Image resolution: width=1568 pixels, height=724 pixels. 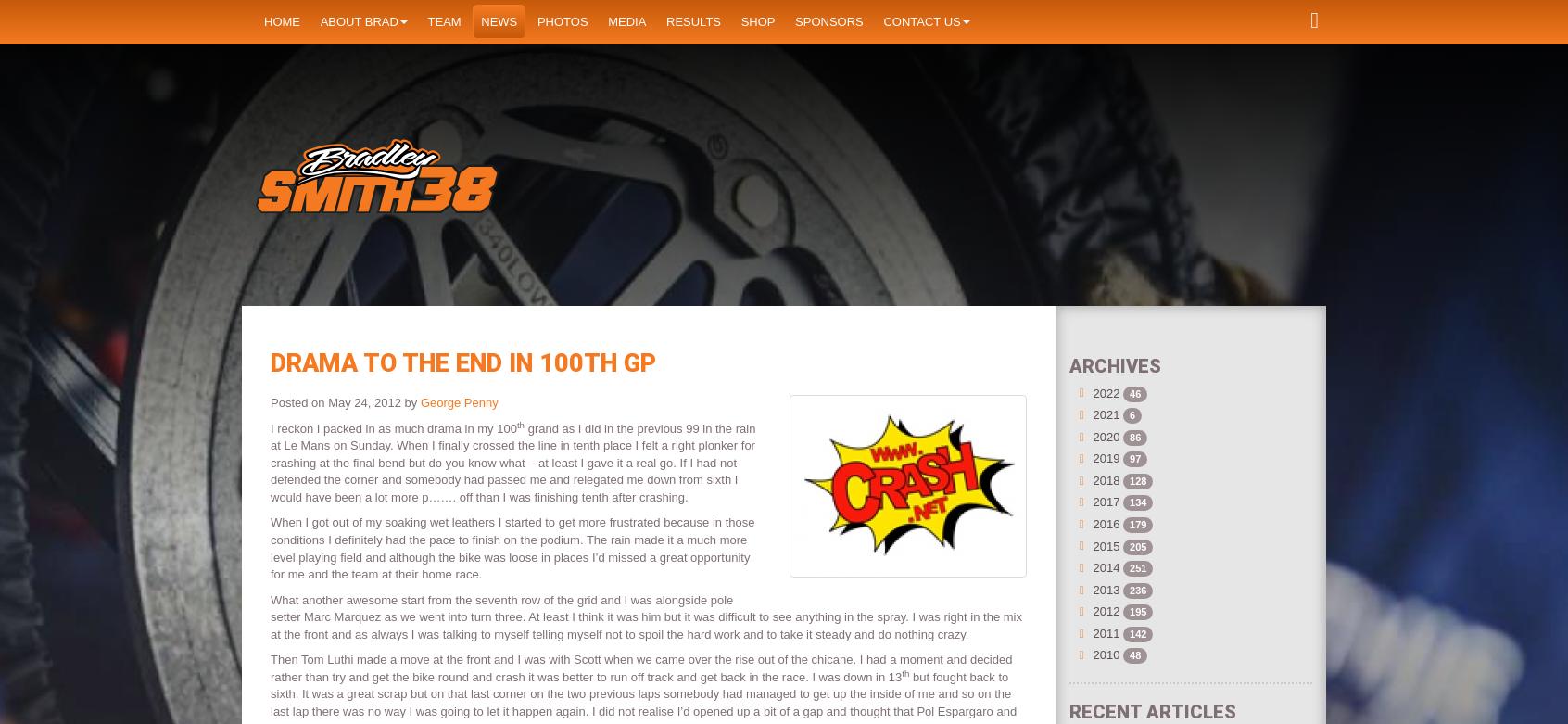 What do you see at coordinates (1105, 567) in the screenshot?
I see `'2014'` at bounding box center [1105, 567].